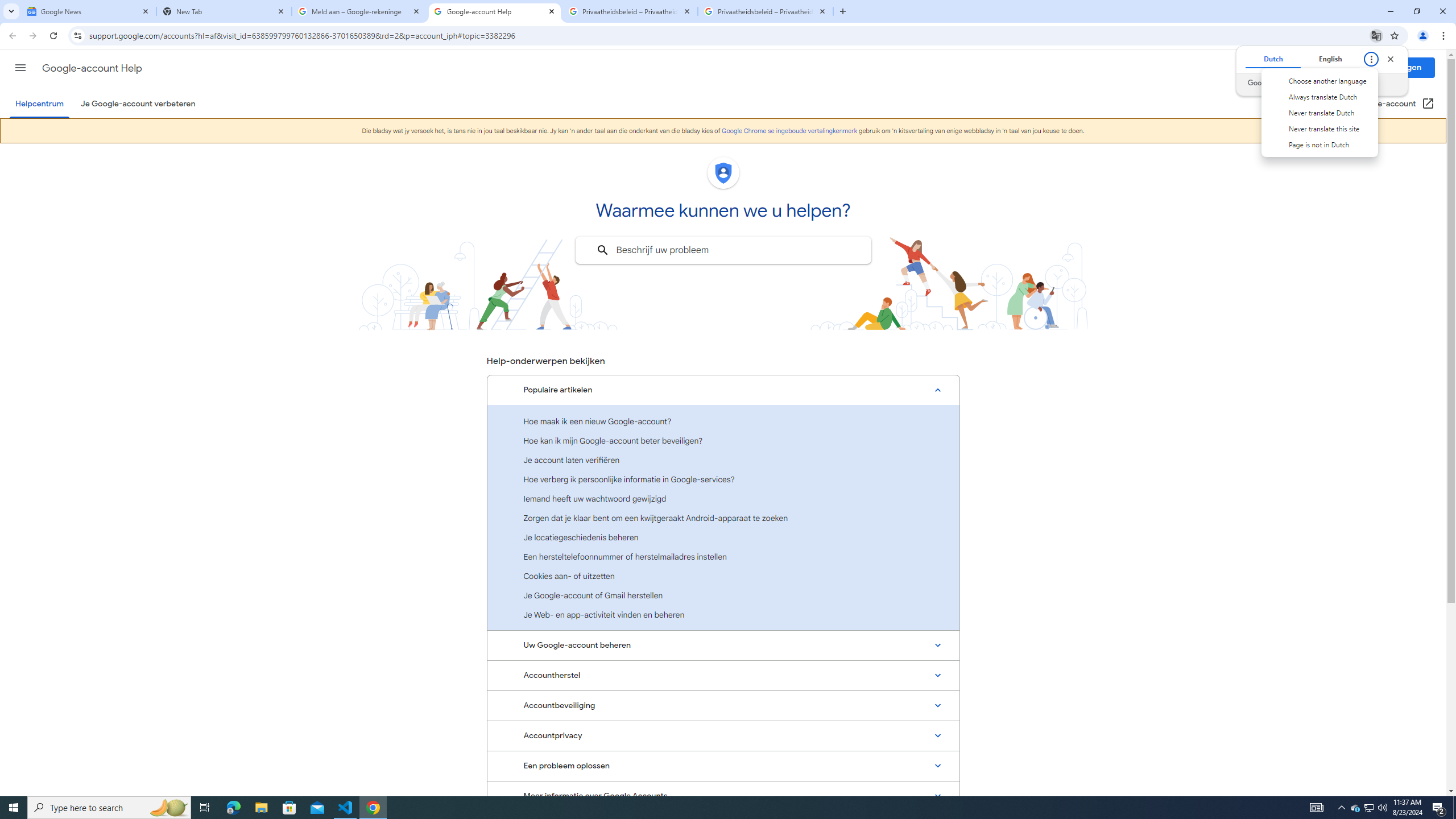 This screenshot has height=819, width=1456. What do you see at coordinates (1317, 806) in the screenshot?
I see `'AutomationID: 4105'` at bounding box center [1317, 806].